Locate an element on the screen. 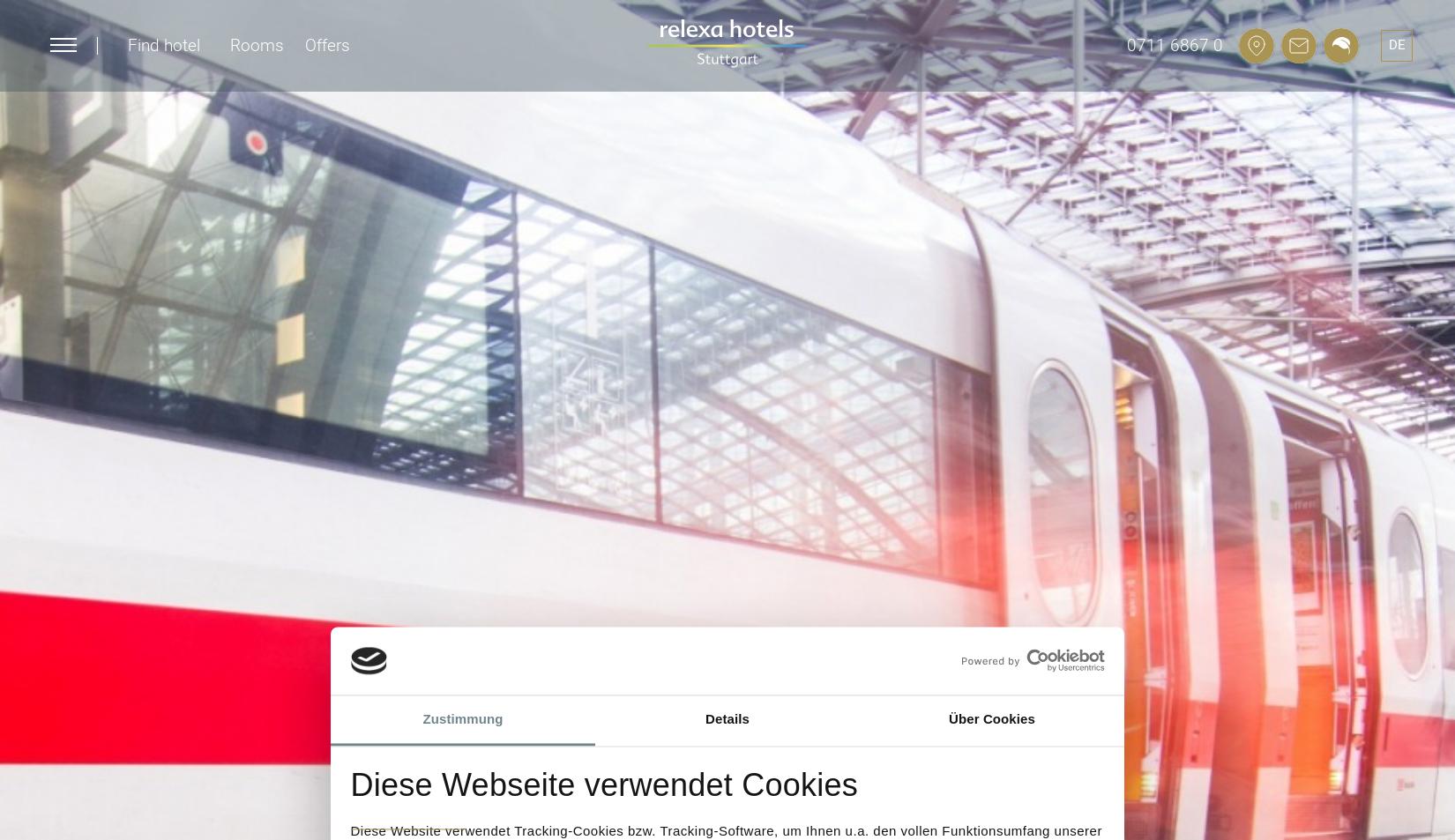  'Stuttgart' is located at coordinates (130, 427).